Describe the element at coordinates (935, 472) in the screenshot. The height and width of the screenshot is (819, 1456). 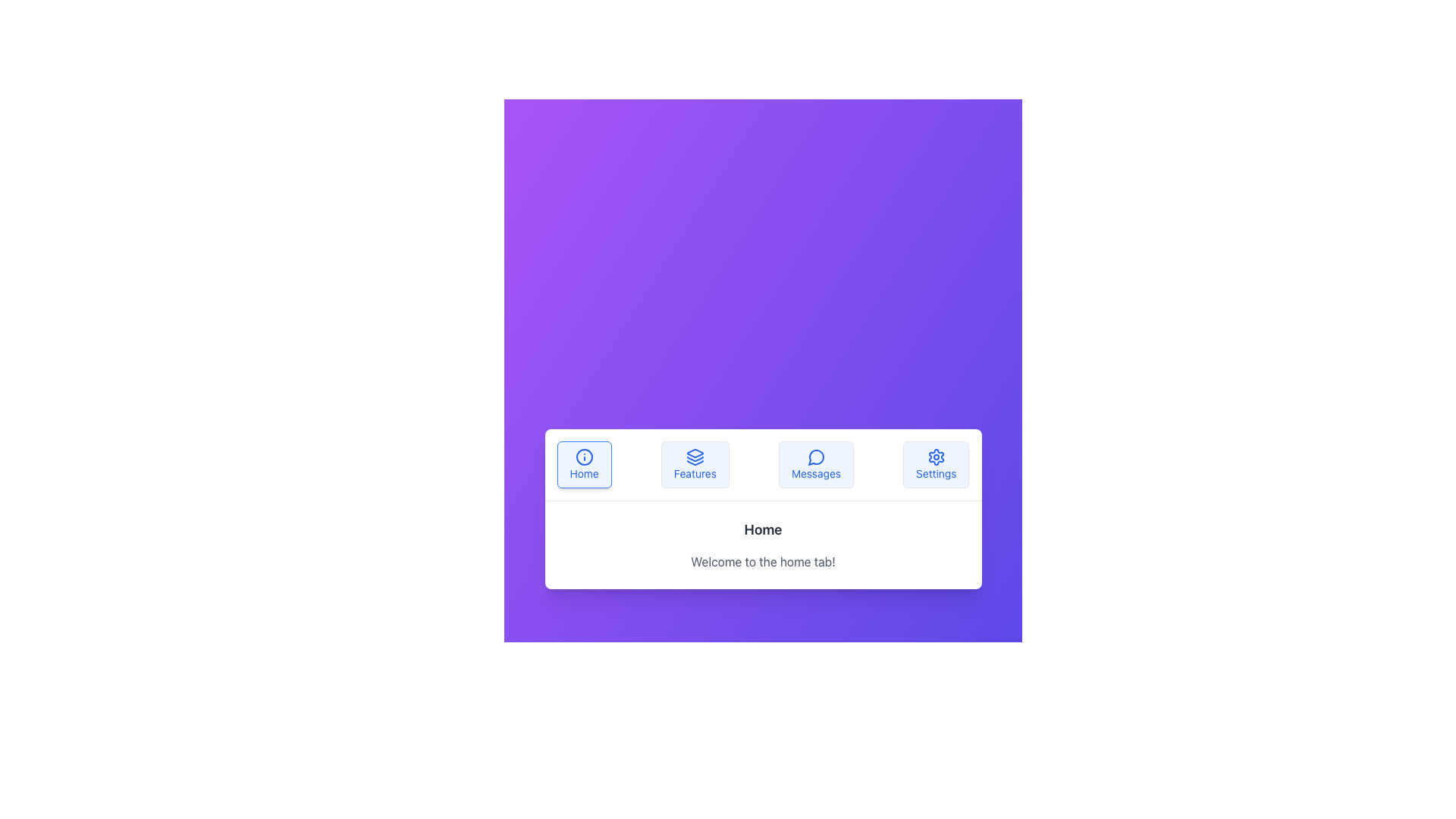
I see `the descriptive label for the Settings button, which is located at the bottom area underneath a gear icon in the horizontal menu bar` at that location.